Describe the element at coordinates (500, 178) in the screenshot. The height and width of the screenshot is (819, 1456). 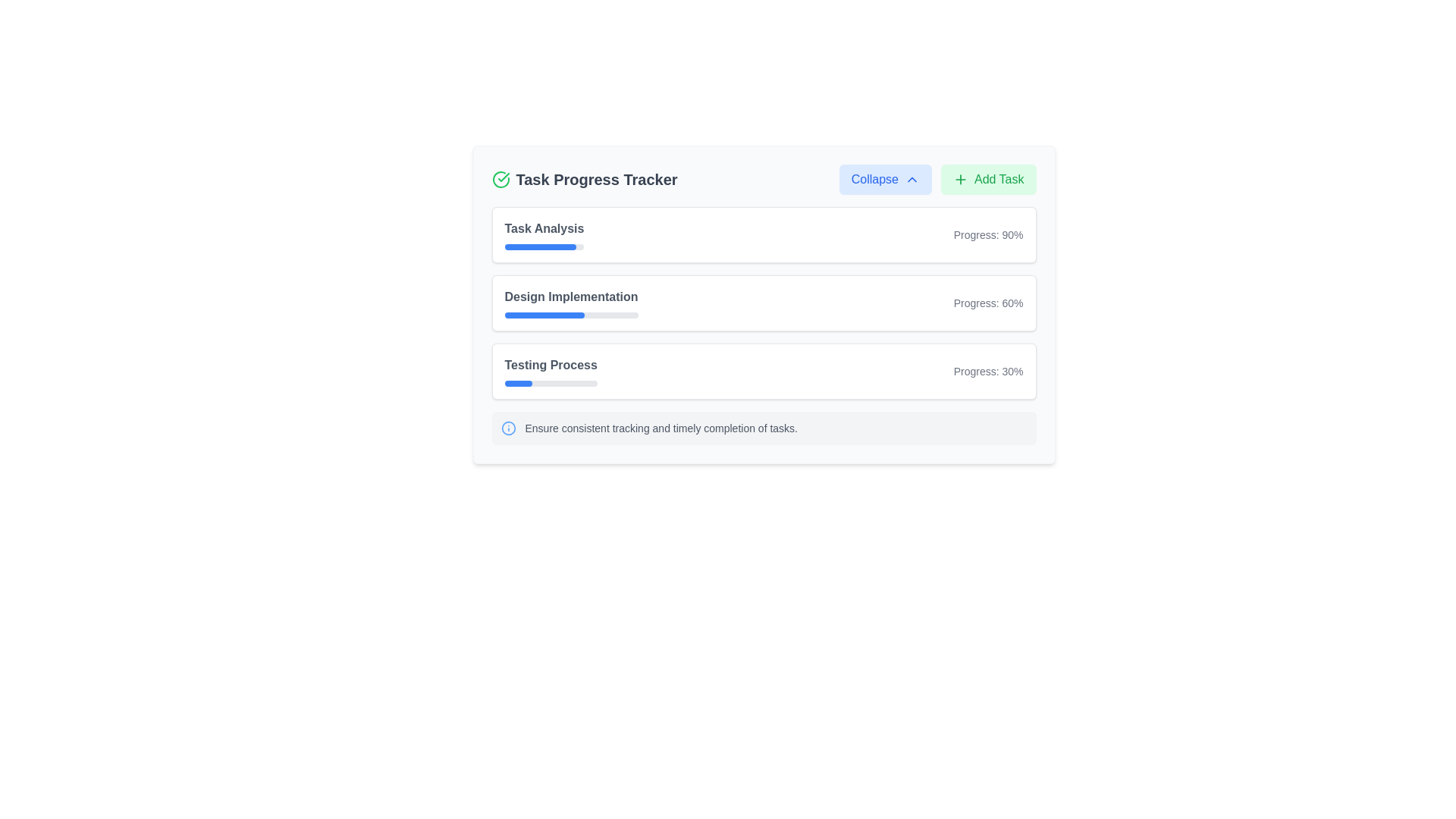
I see `the status represented by the green circular icon with a checkmark, located to the left of the 'Task Progress Tracker' header` at that location.